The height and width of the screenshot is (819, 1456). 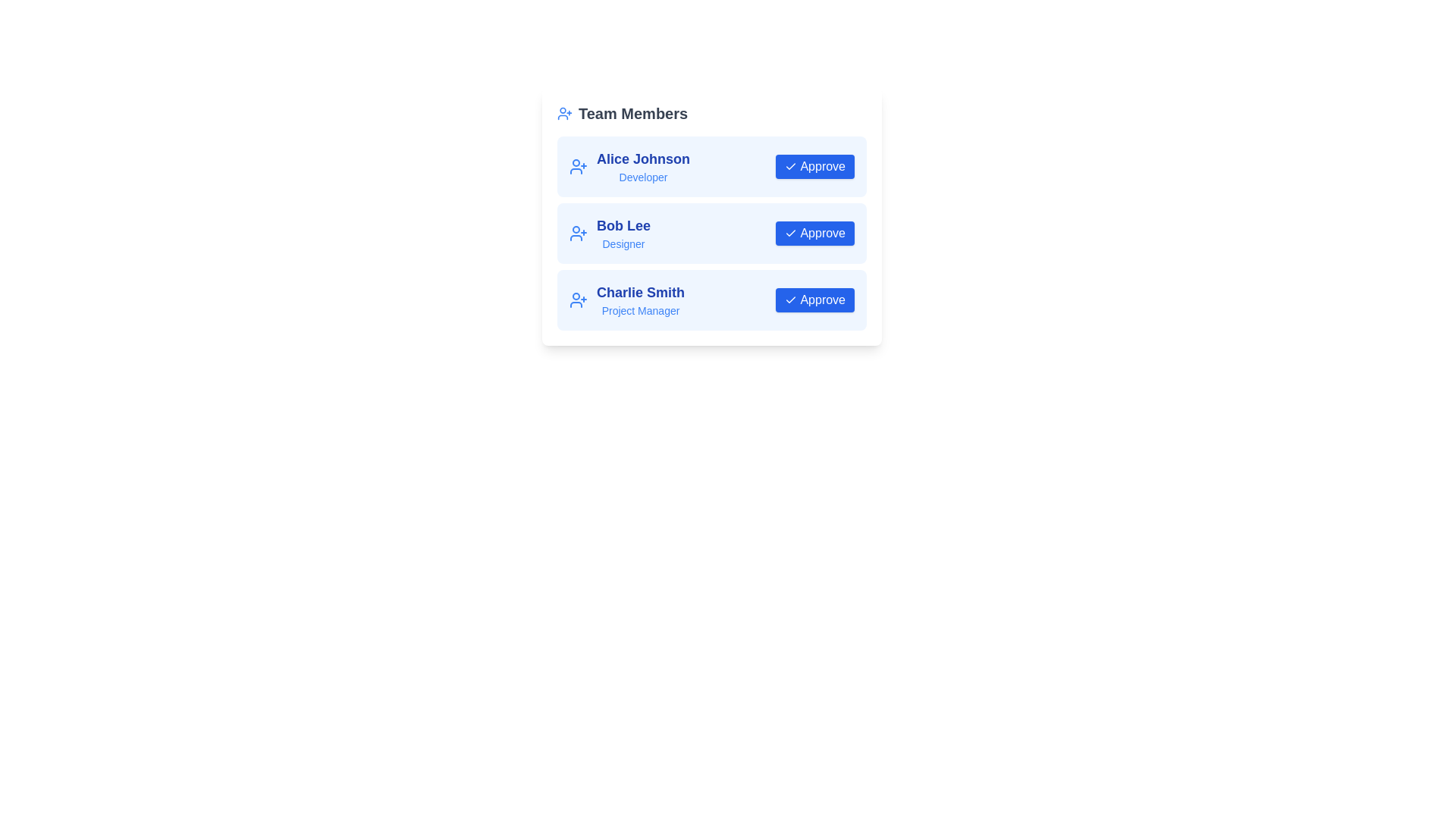 I want to click on the text label representing the name of a team member in the second row of the 'Team Members' section, so click(x=623, y=225).